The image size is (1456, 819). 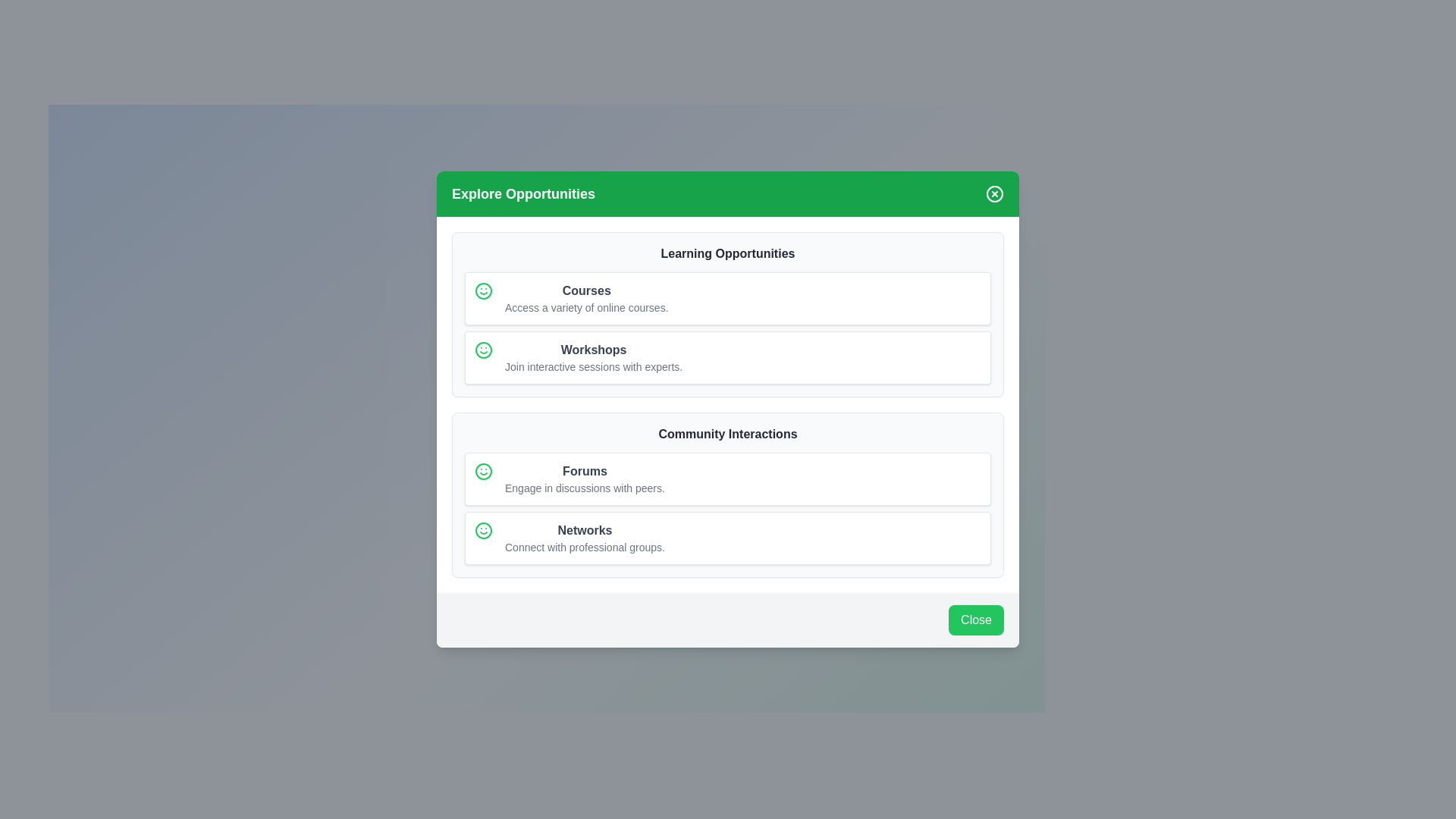 I want to click on the close button located at the top-right corner of the 'Explore Opportunities' panel, so click(x=994, y=193).